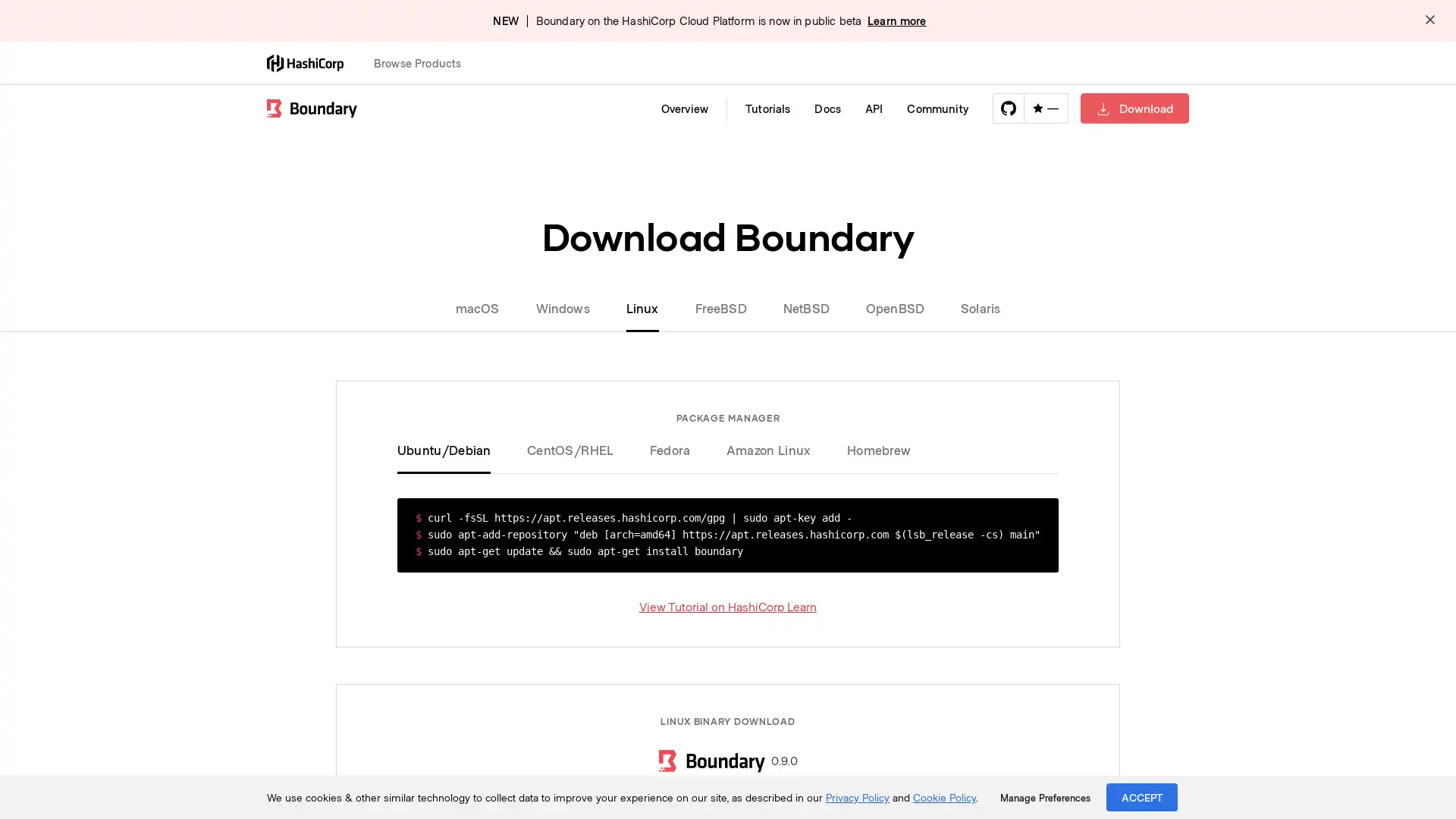 The image size is (1456, 819). I want to click on Dismiss alert, so click(1429, 20).